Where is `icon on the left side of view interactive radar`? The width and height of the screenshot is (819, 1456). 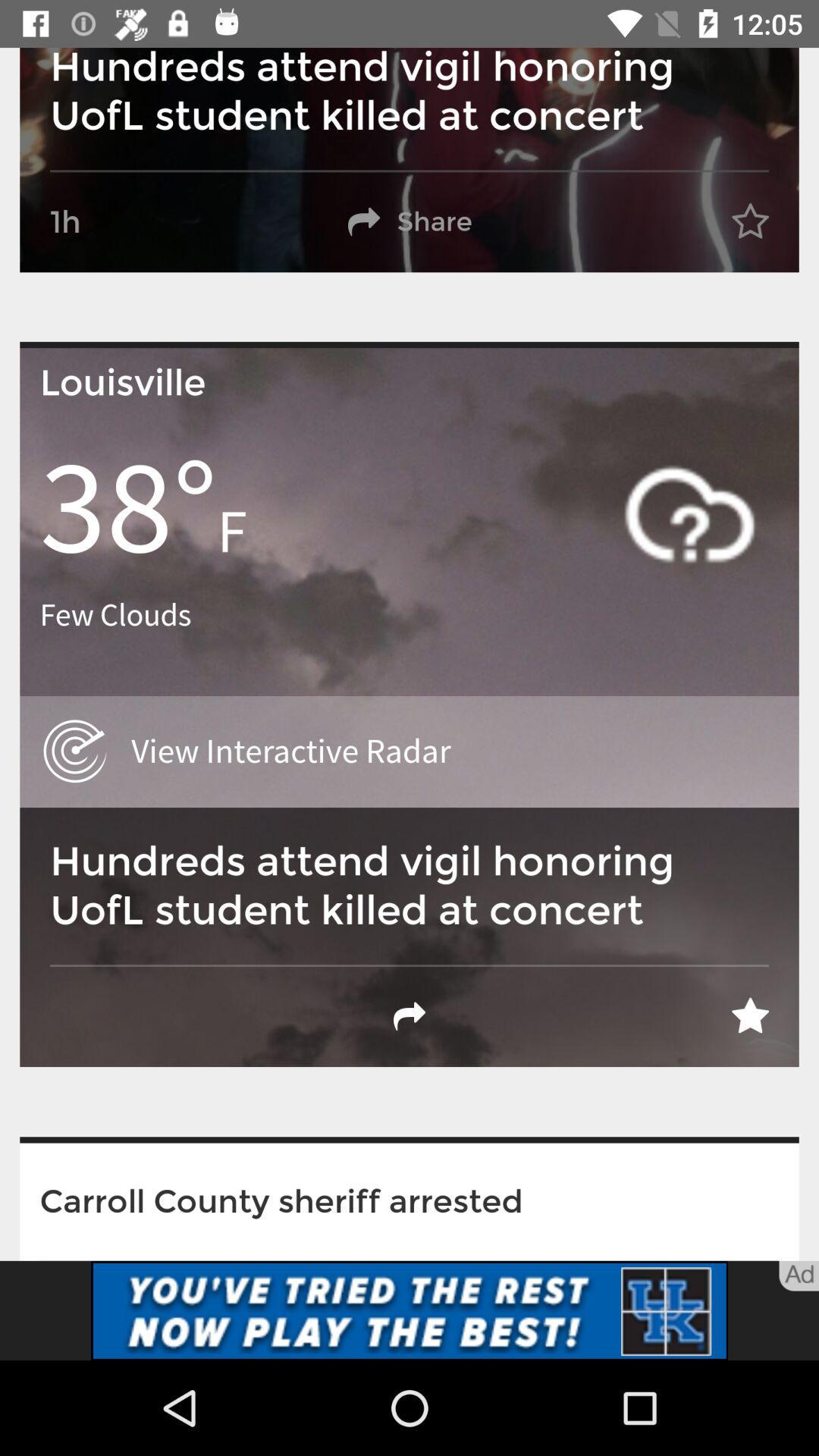 icon on the left side of view interactive radar is located at coordinates (76, 752).